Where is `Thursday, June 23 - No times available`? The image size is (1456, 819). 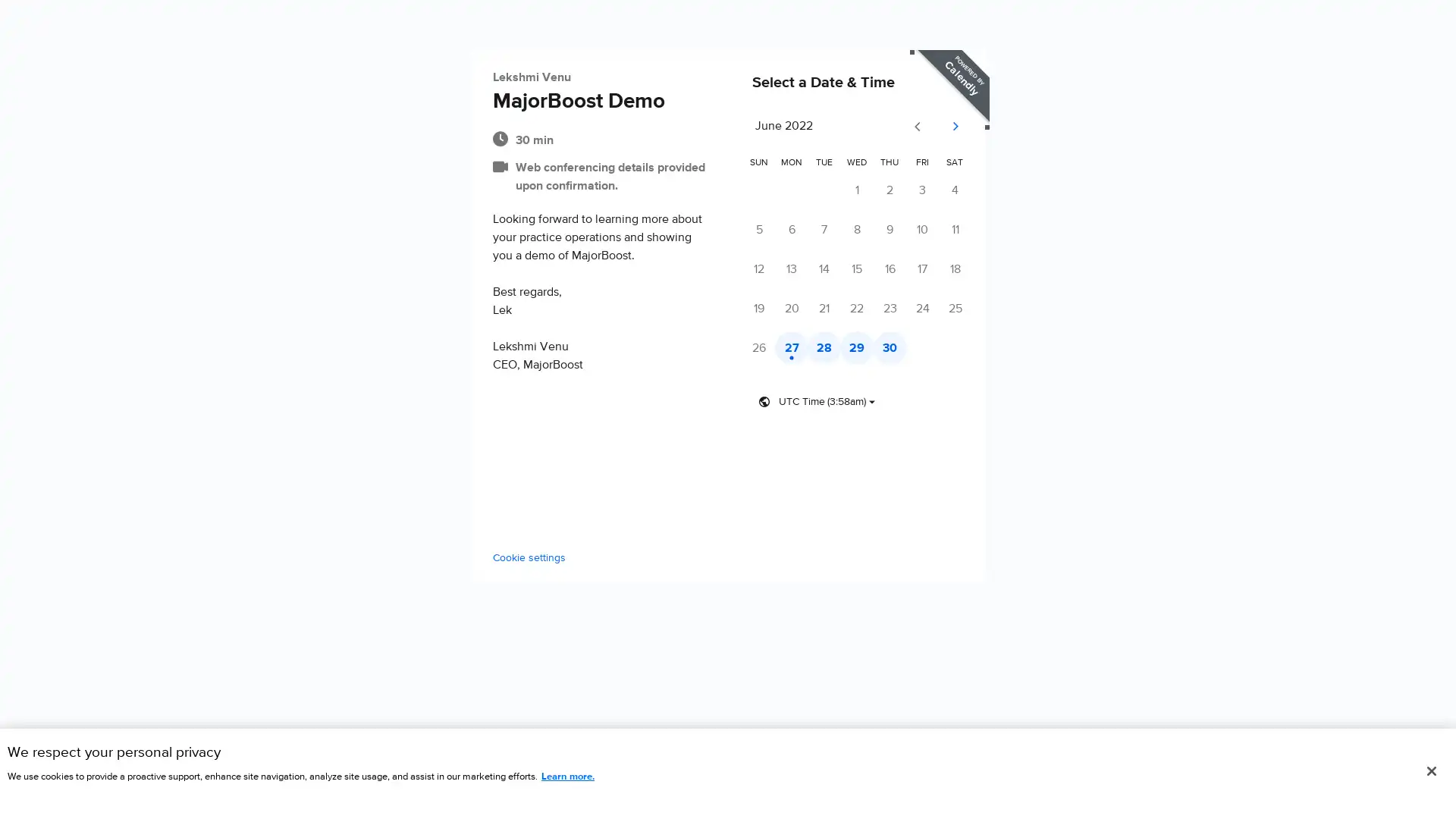 Thursday, June 23 - No times available is located at coordinates (917, 309).